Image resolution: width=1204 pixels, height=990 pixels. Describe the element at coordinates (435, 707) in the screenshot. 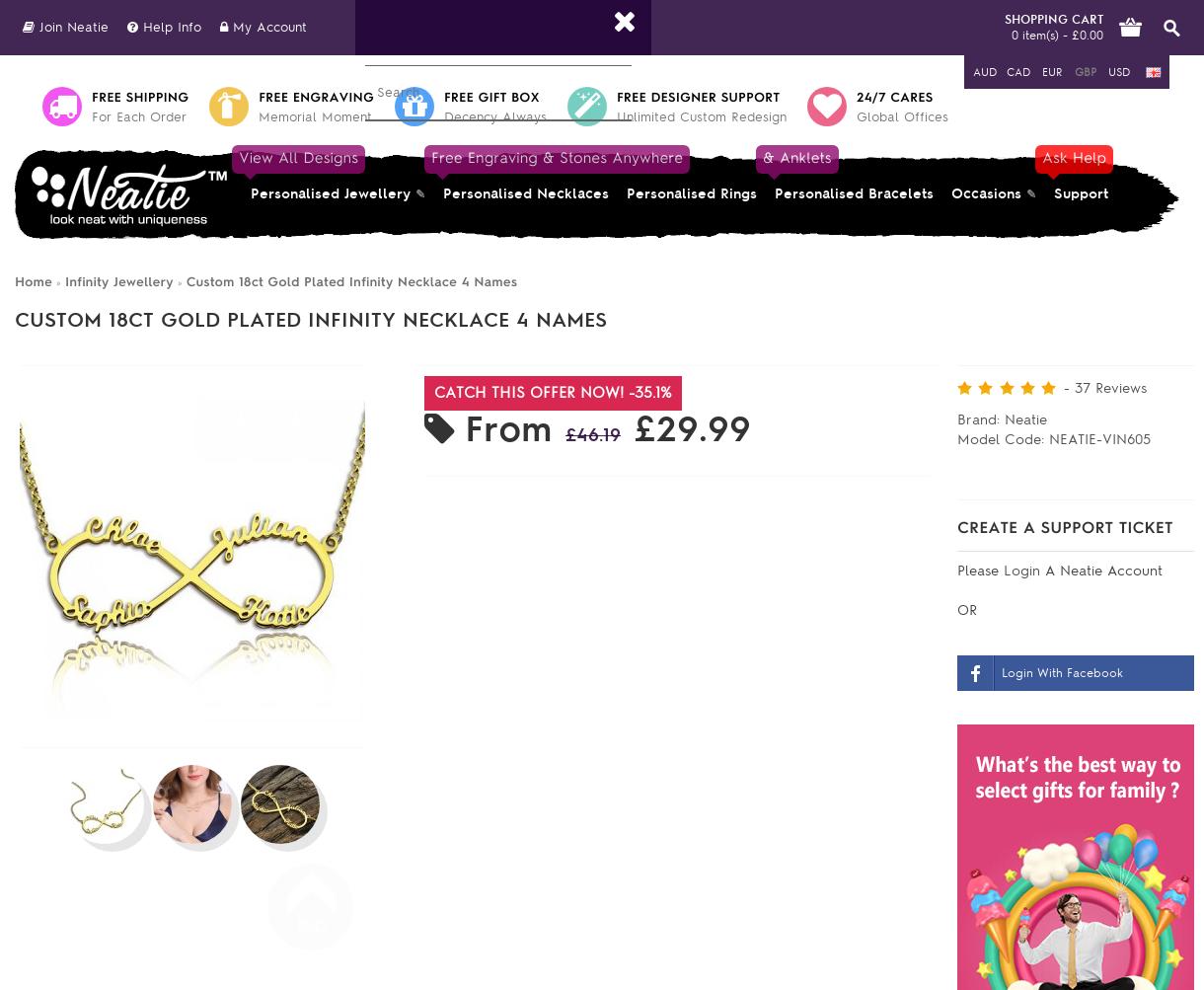

I see `'Select your Material'` at that location.